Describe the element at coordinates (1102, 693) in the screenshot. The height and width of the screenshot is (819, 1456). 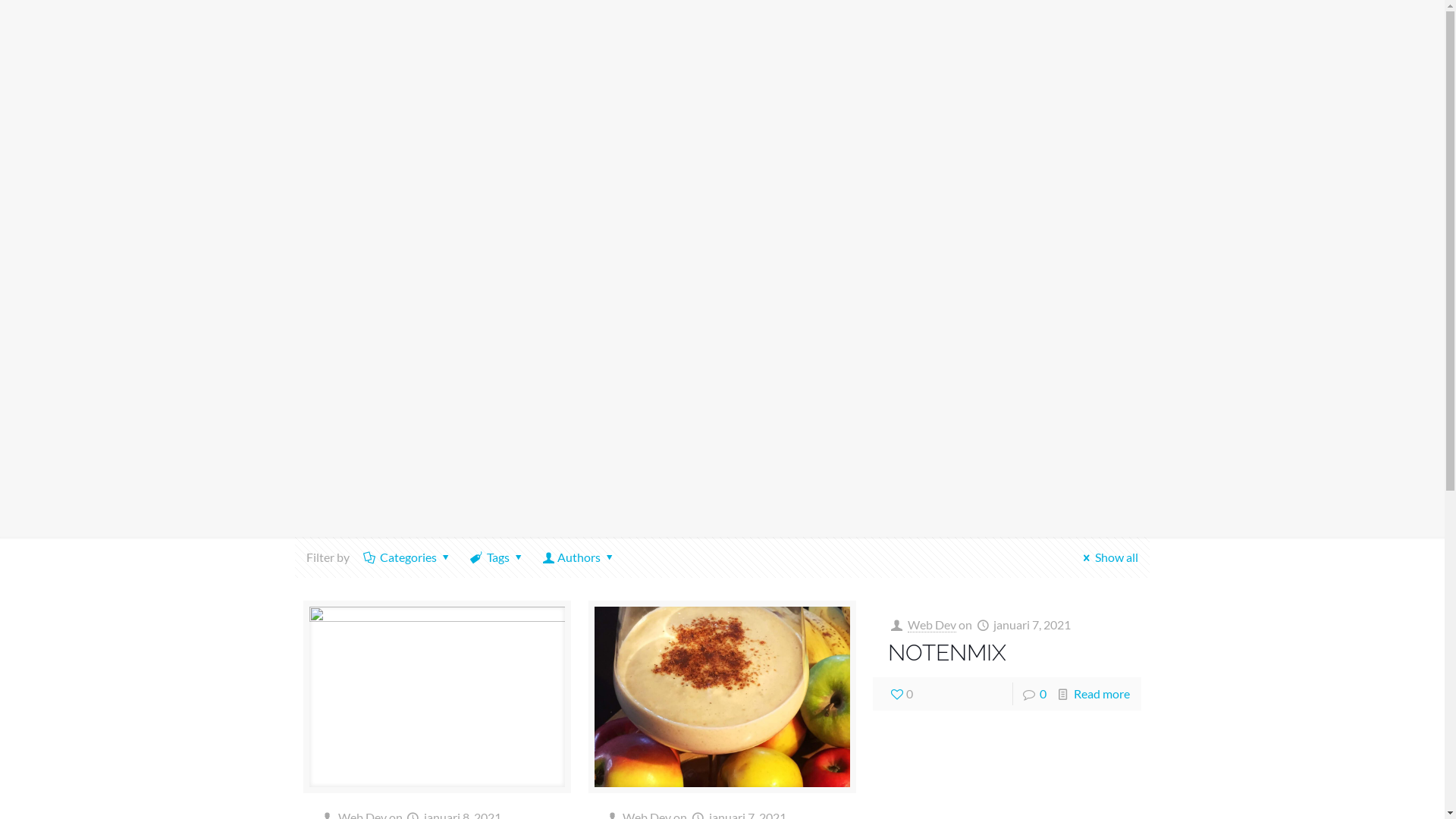
I see `'Read more'` at that location.